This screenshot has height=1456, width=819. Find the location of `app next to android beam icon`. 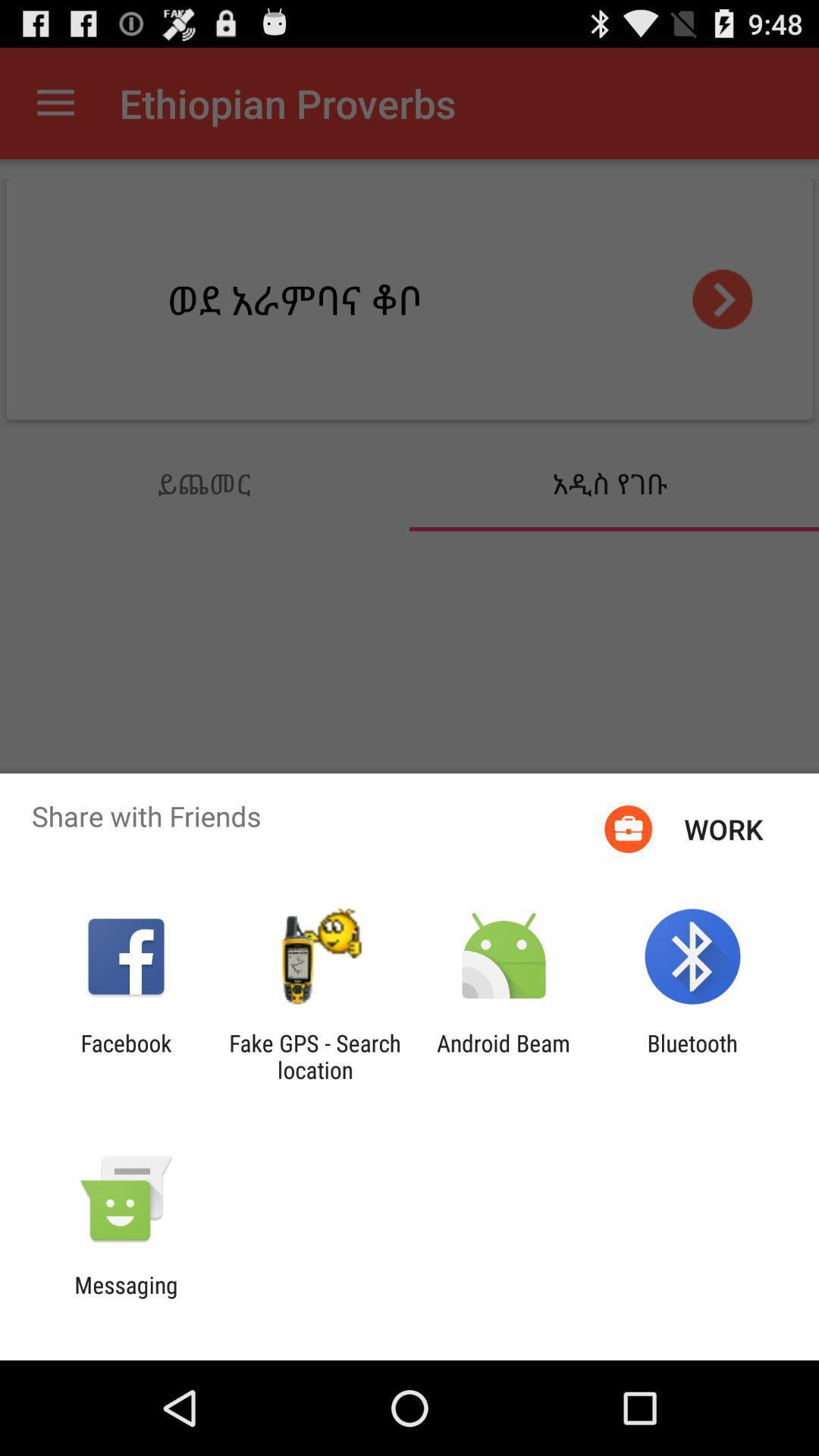

app next to android beam icon is located at coordinates (314, 1056).